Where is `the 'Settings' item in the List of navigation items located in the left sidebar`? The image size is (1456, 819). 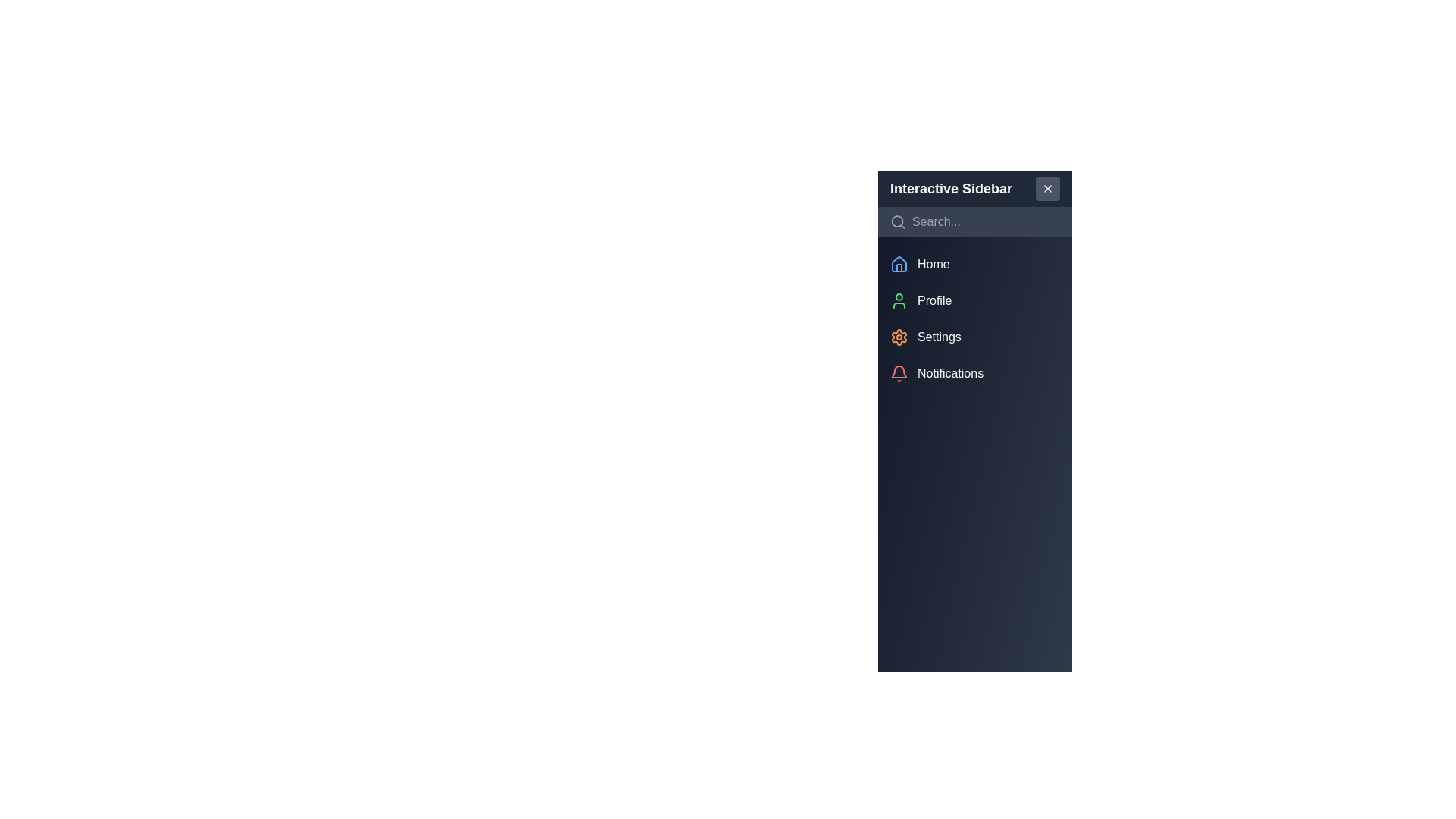
the 'Settings' item in the List of navigation items located in the left sidebar is located at coordinates (975, 318).